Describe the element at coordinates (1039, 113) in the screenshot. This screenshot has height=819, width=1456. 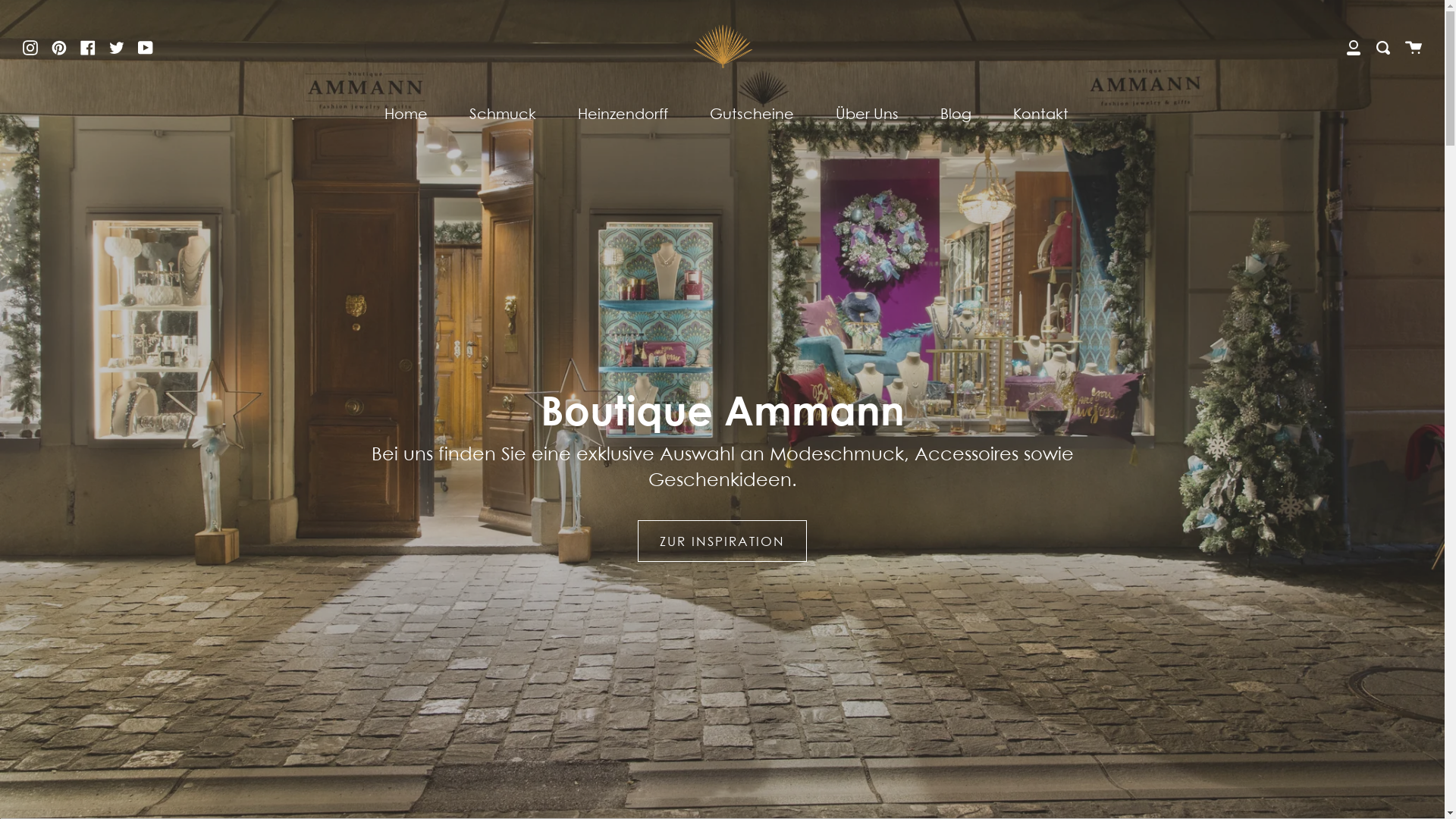
I see `'Kontakt'` at that location.